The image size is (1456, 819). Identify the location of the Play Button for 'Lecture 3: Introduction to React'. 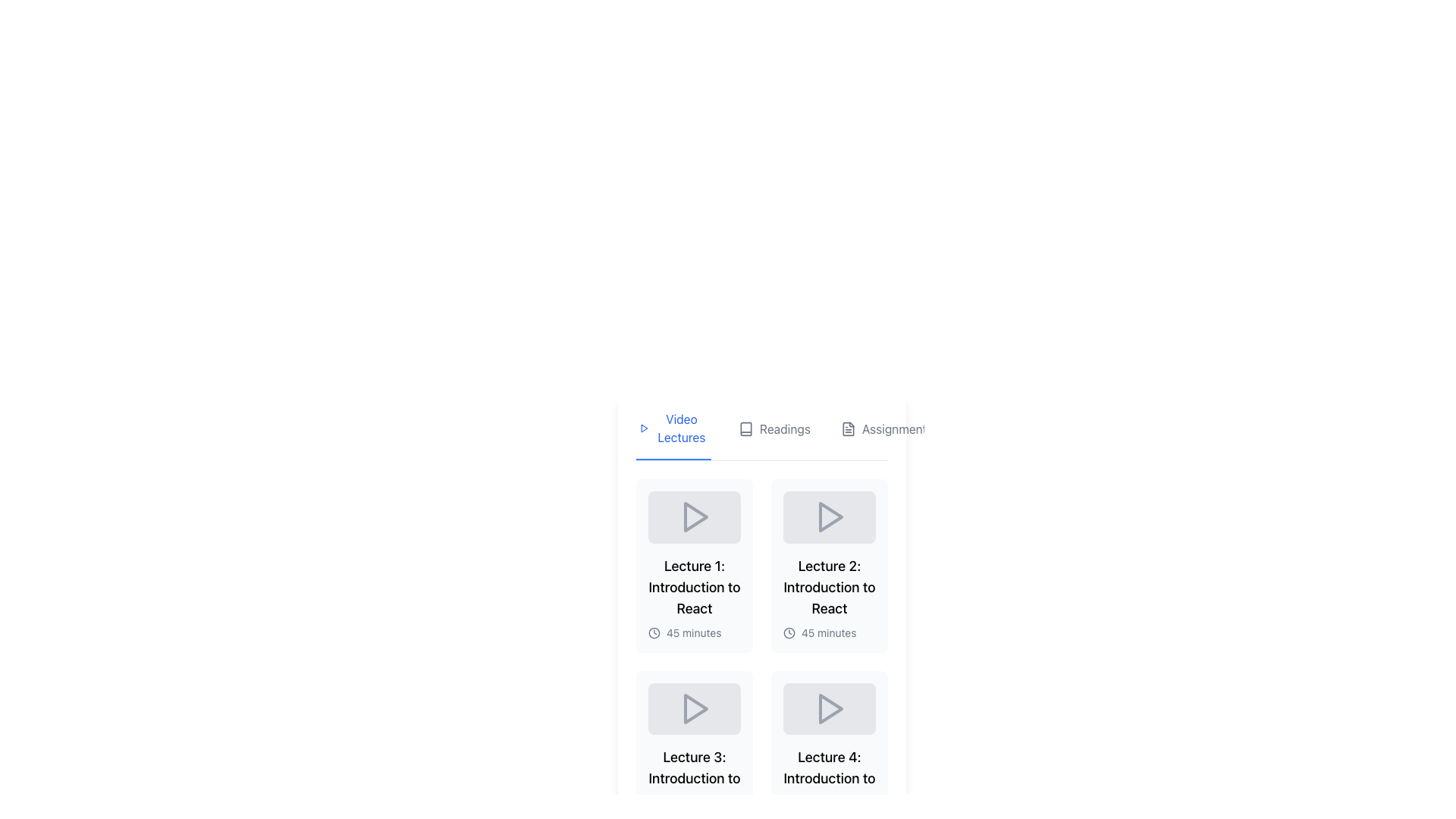
(694, 708).